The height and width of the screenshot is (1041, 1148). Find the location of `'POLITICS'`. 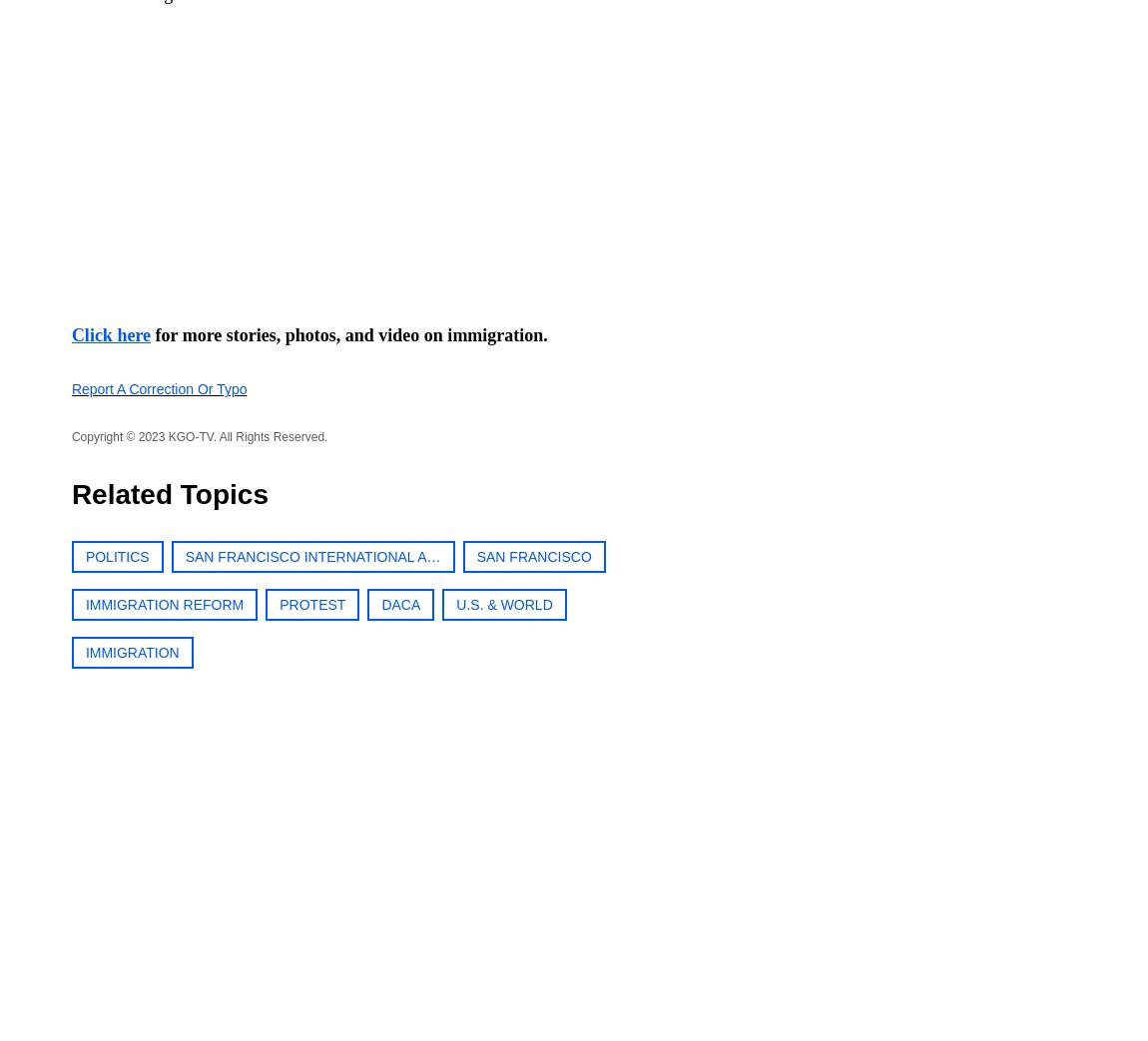

'POLITICS' is located at coordinates (115, 557).